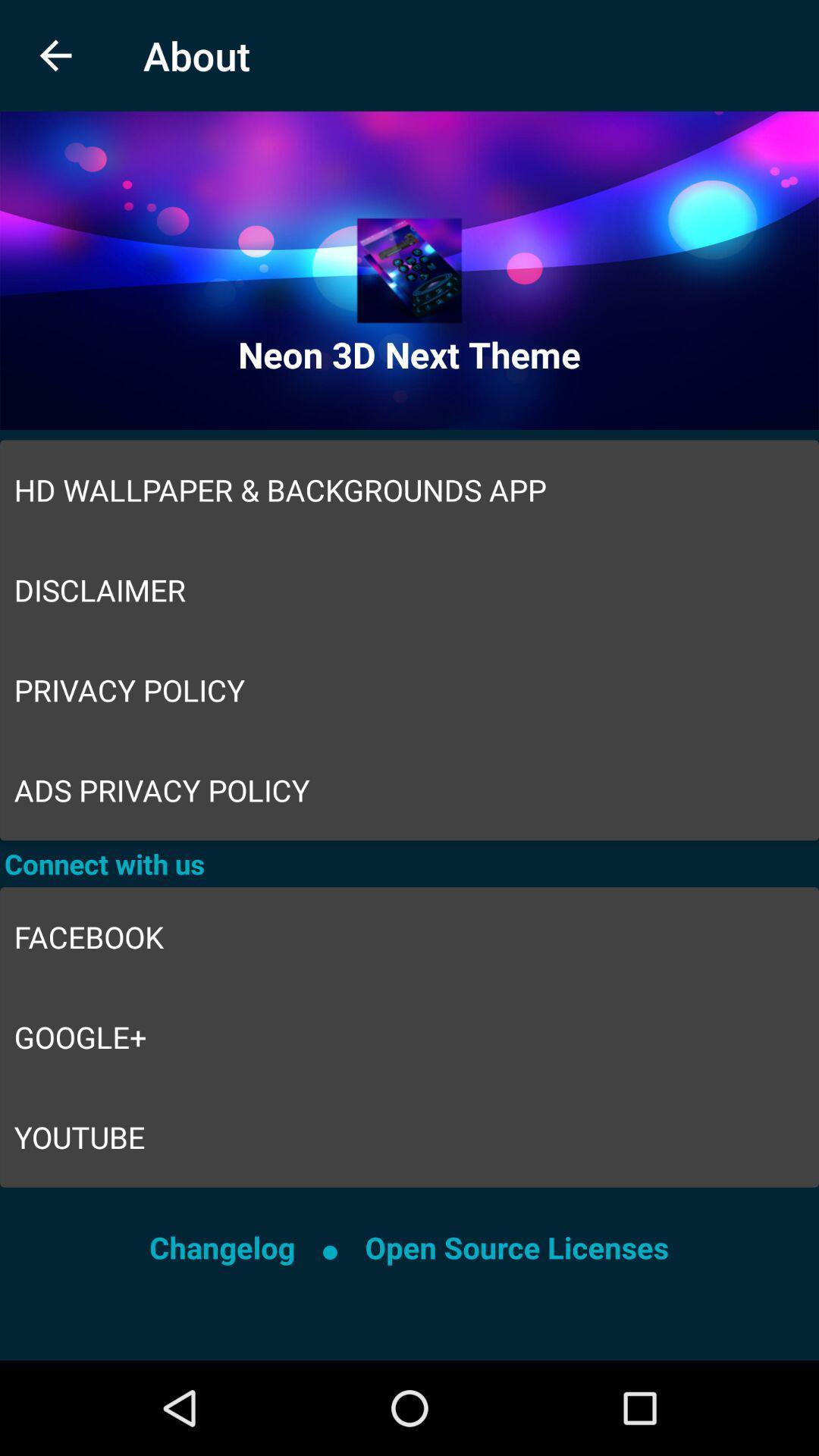 Image resolution: width=819 pixels, height=1456 pixels. What do you see at coordinates (409, 1037) in the screenshot?
I see `google+ item` at bounding box center [409, 1037].